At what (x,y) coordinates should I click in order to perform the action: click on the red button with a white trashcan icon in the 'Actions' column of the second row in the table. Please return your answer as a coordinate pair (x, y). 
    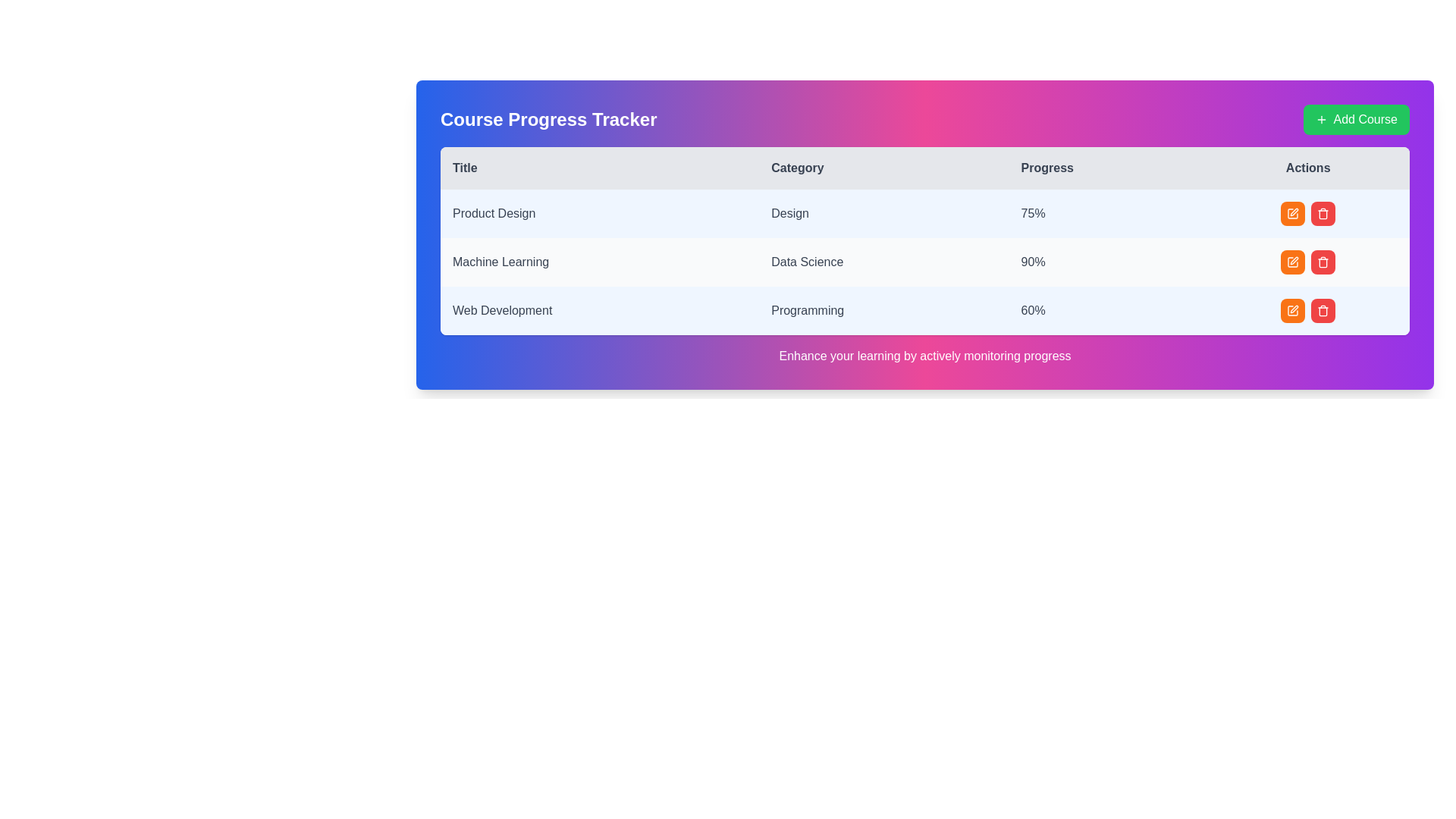
    Looking at the image, I should click on (1323, 262).